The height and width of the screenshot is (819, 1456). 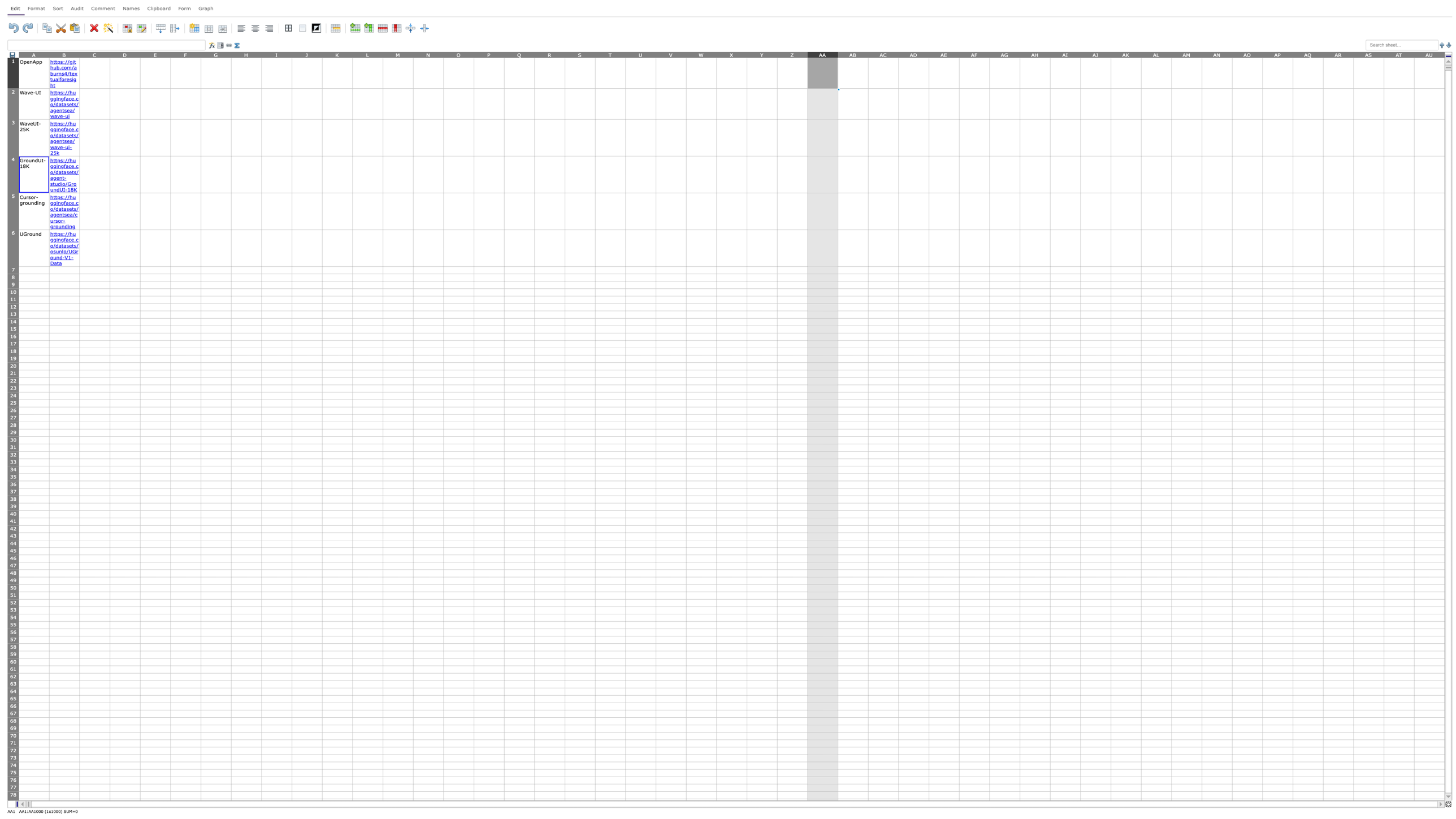 I want to click on column AB, so click(x=852, y=54).